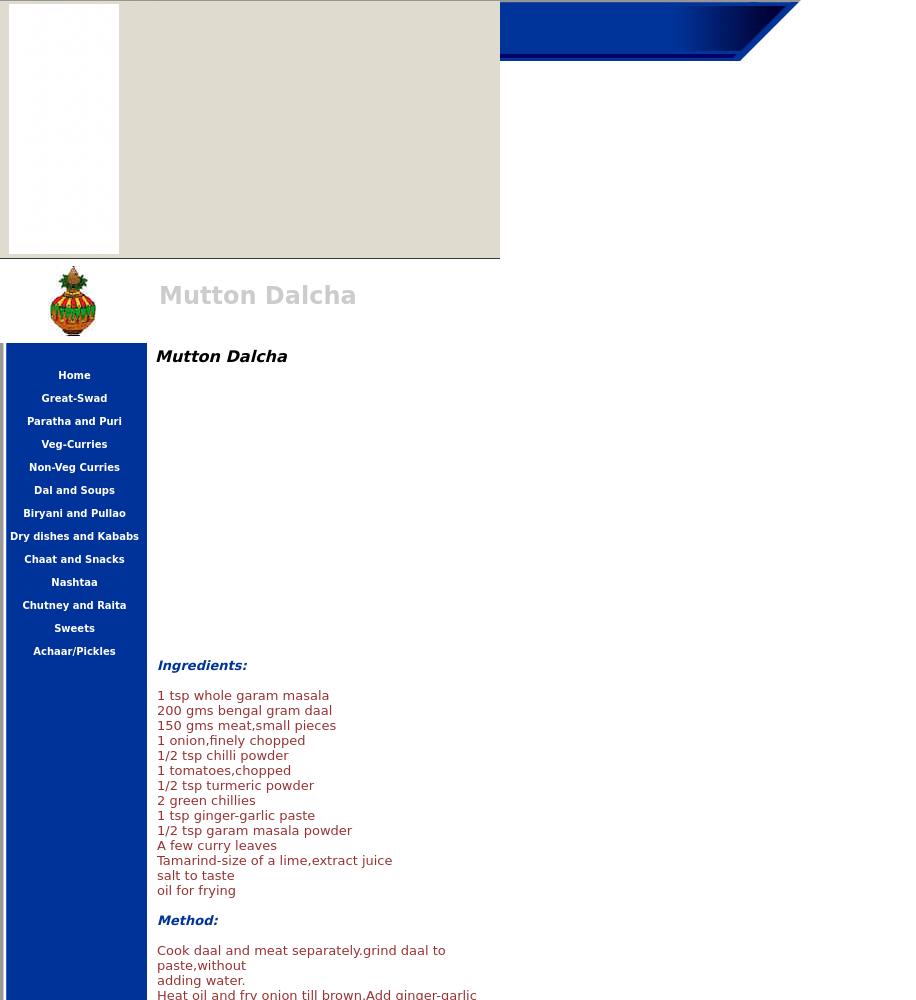  Describe the element at coordinates (222, 770) in the screenshot. I see `'1 tomatoes,chopped'` at that location.